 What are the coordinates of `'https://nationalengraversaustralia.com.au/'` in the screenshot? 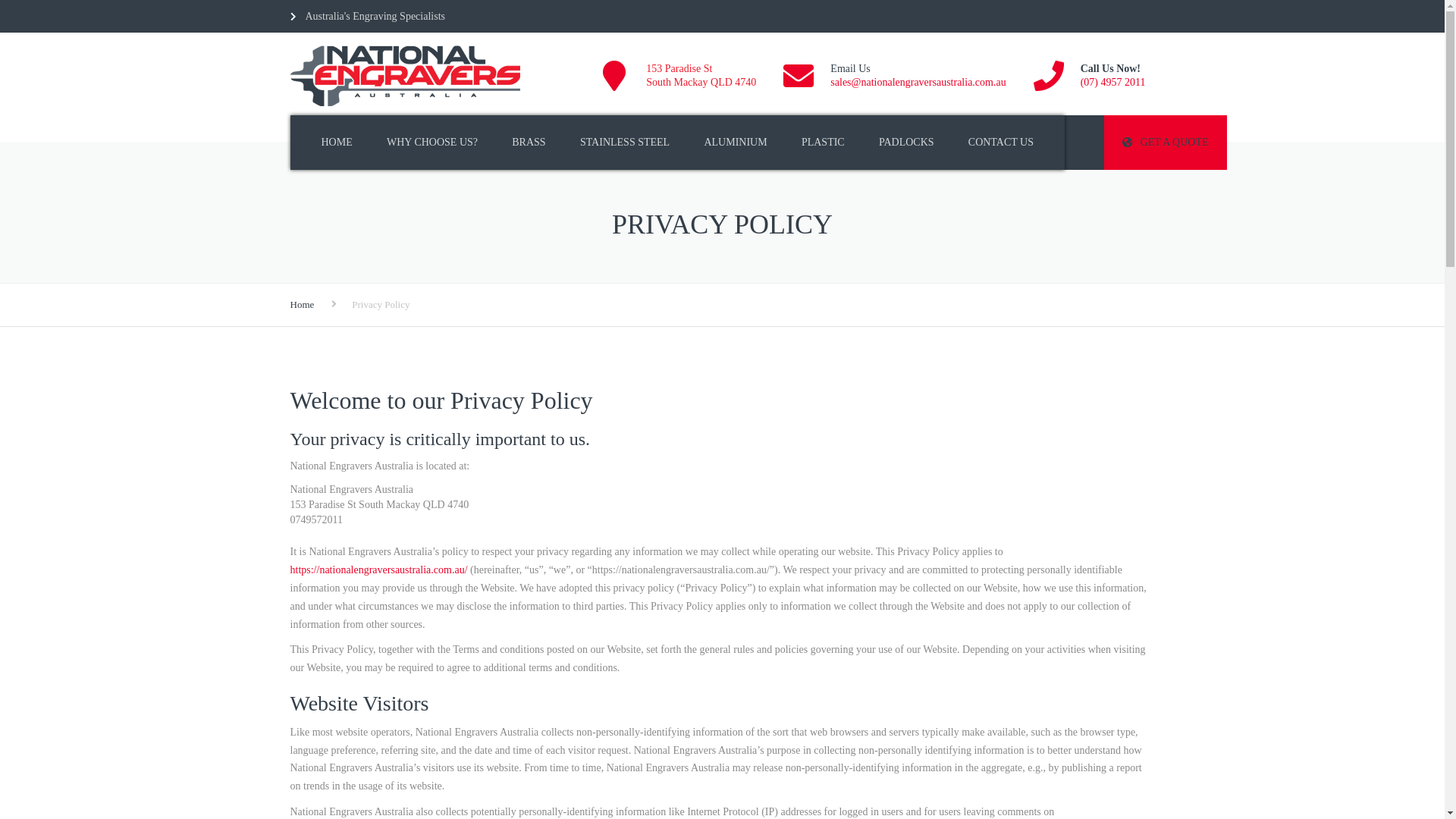 It's located at (378, 570).